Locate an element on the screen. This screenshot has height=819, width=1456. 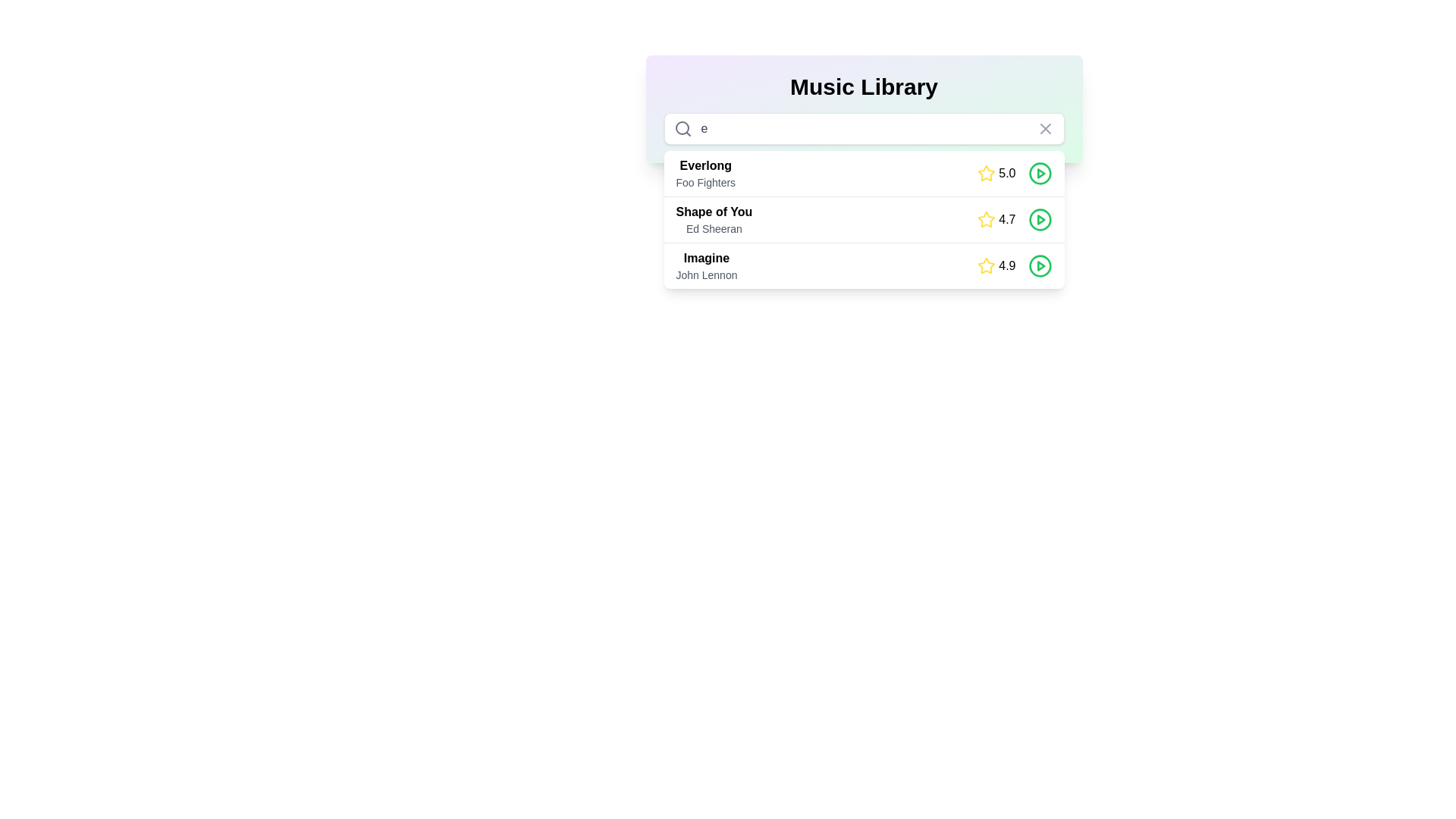
the static star icon representing the rating for the song 'Everlong', located in the first row of the list to the left of the numerical rating '5.0' is located at coordinates (987, 172).